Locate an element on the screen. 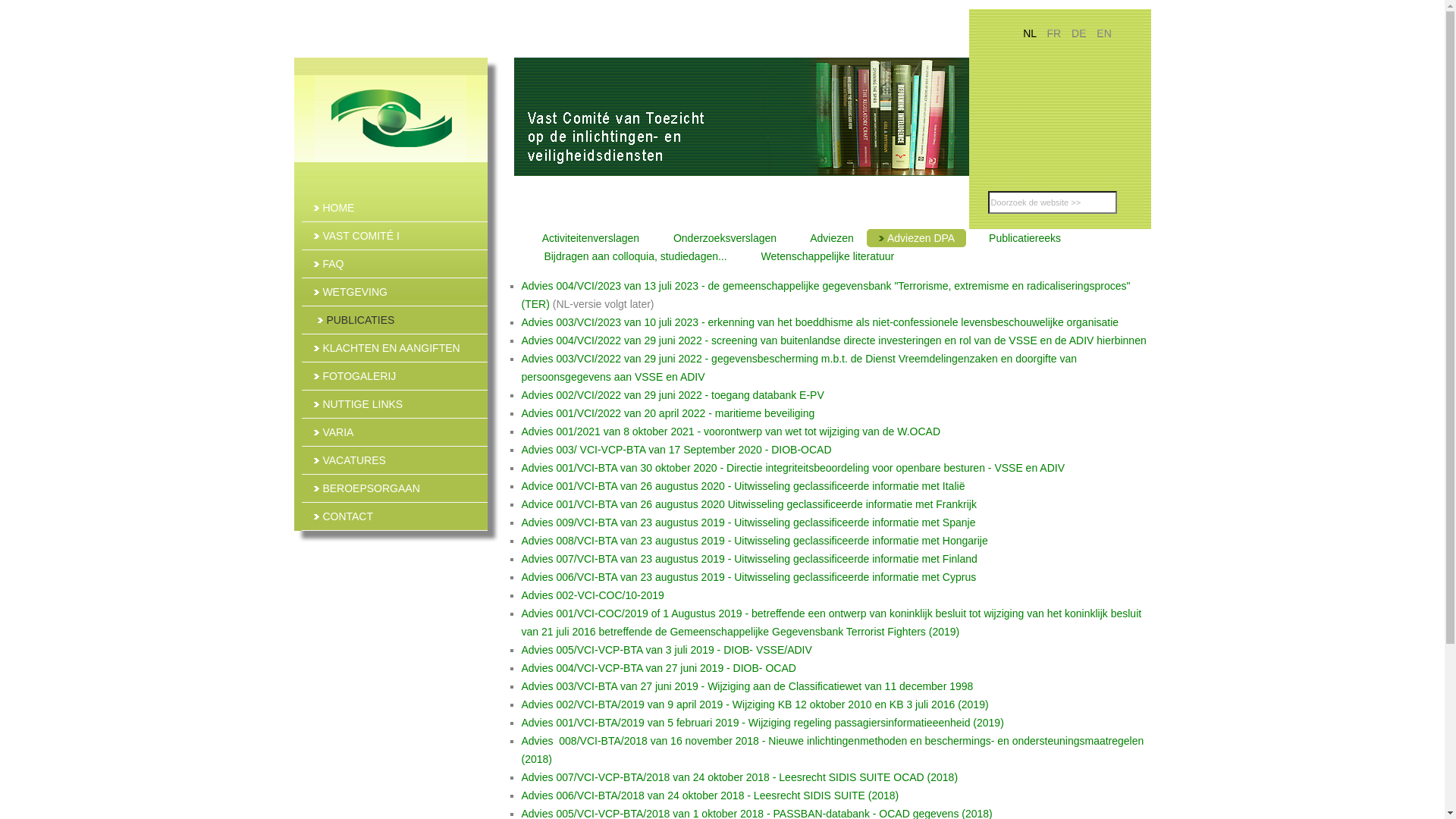 The width and height of the screenshot is (1456, 819). 'EN' is located at coordinates (1103, 33).